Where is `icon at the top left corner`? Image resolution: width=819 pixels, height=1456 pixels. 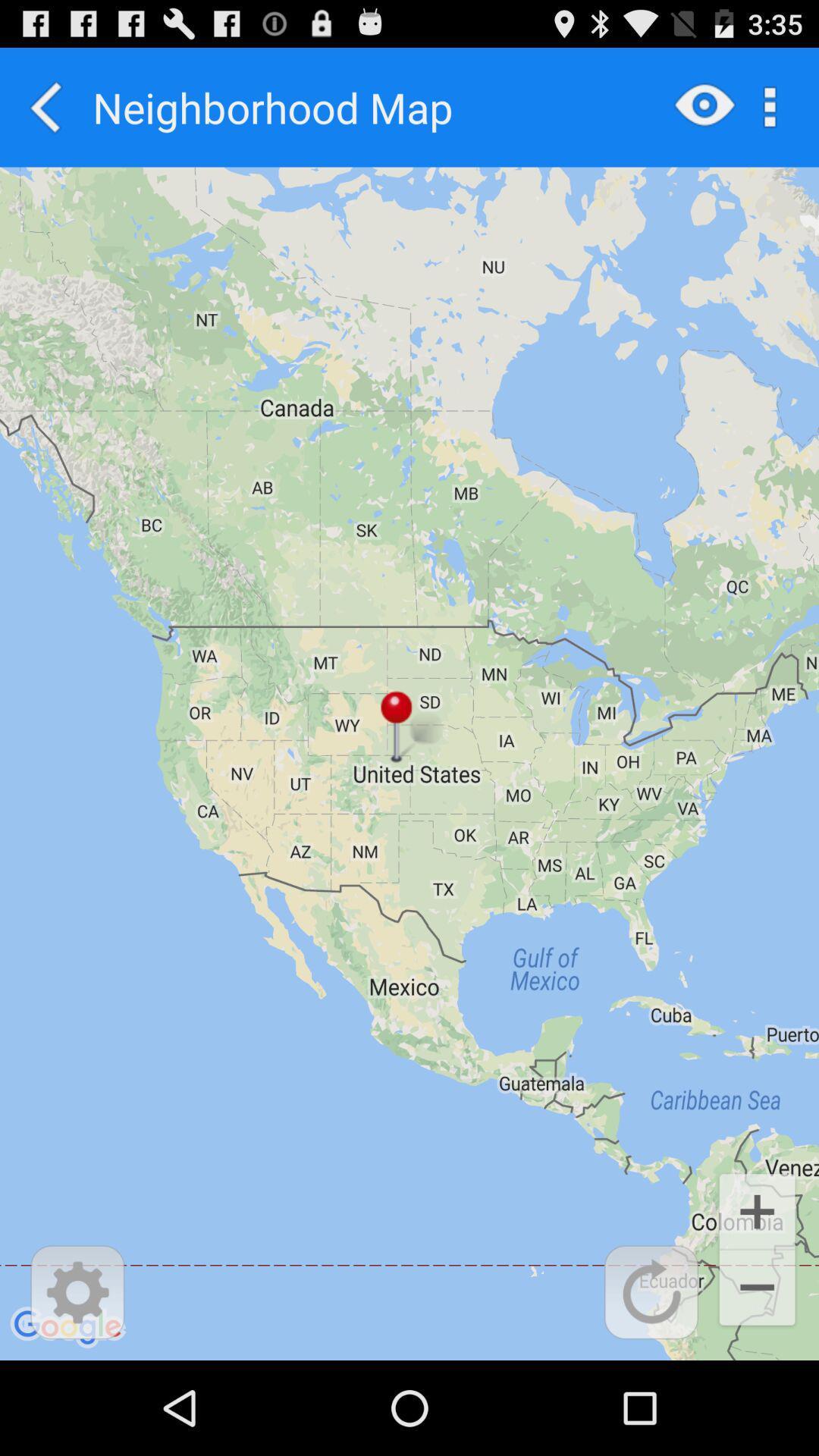
icon at the top left corner is located at coordinates (45, 106).